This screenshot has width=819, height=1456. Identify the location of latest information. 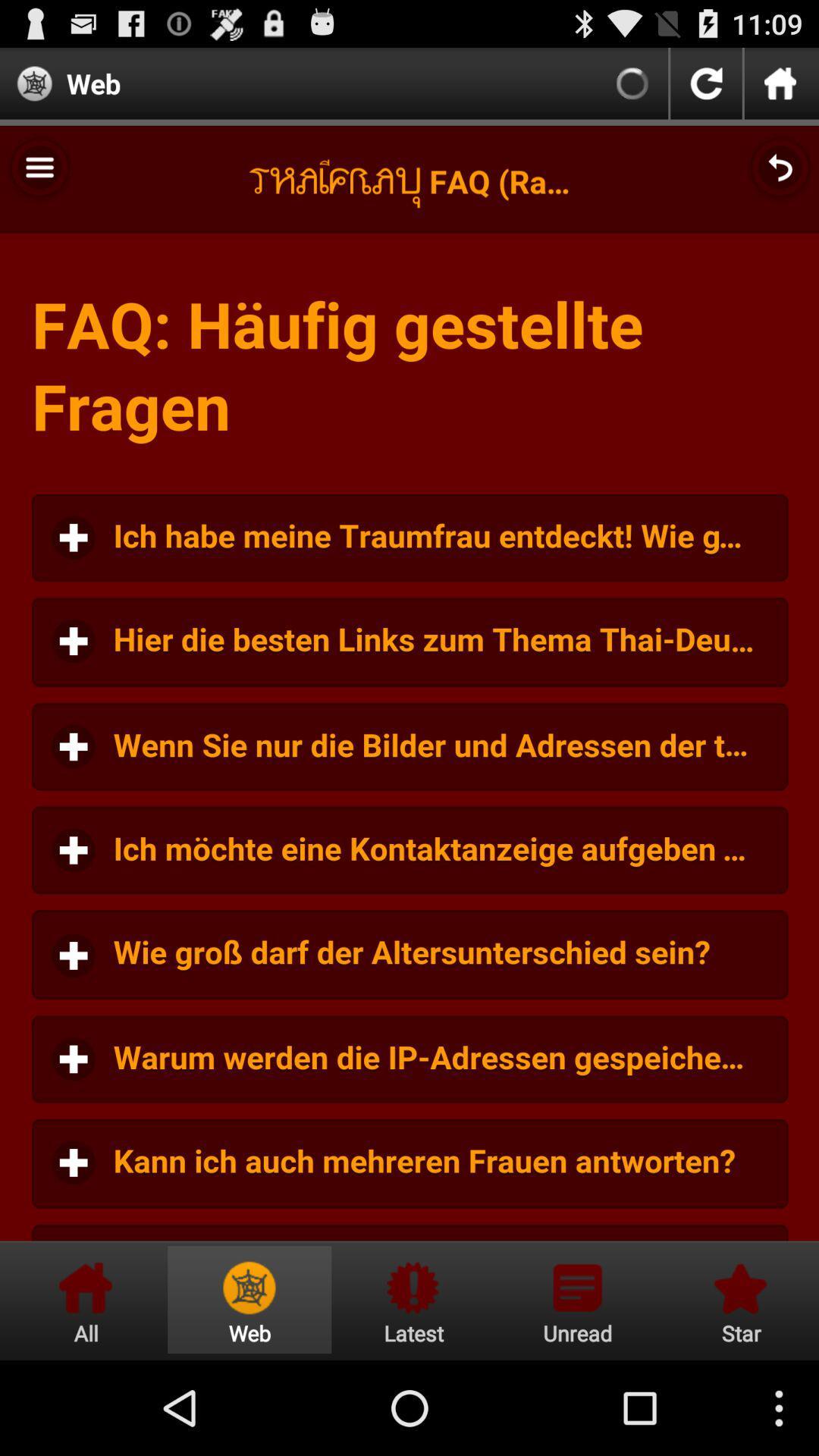
(413, 1299).